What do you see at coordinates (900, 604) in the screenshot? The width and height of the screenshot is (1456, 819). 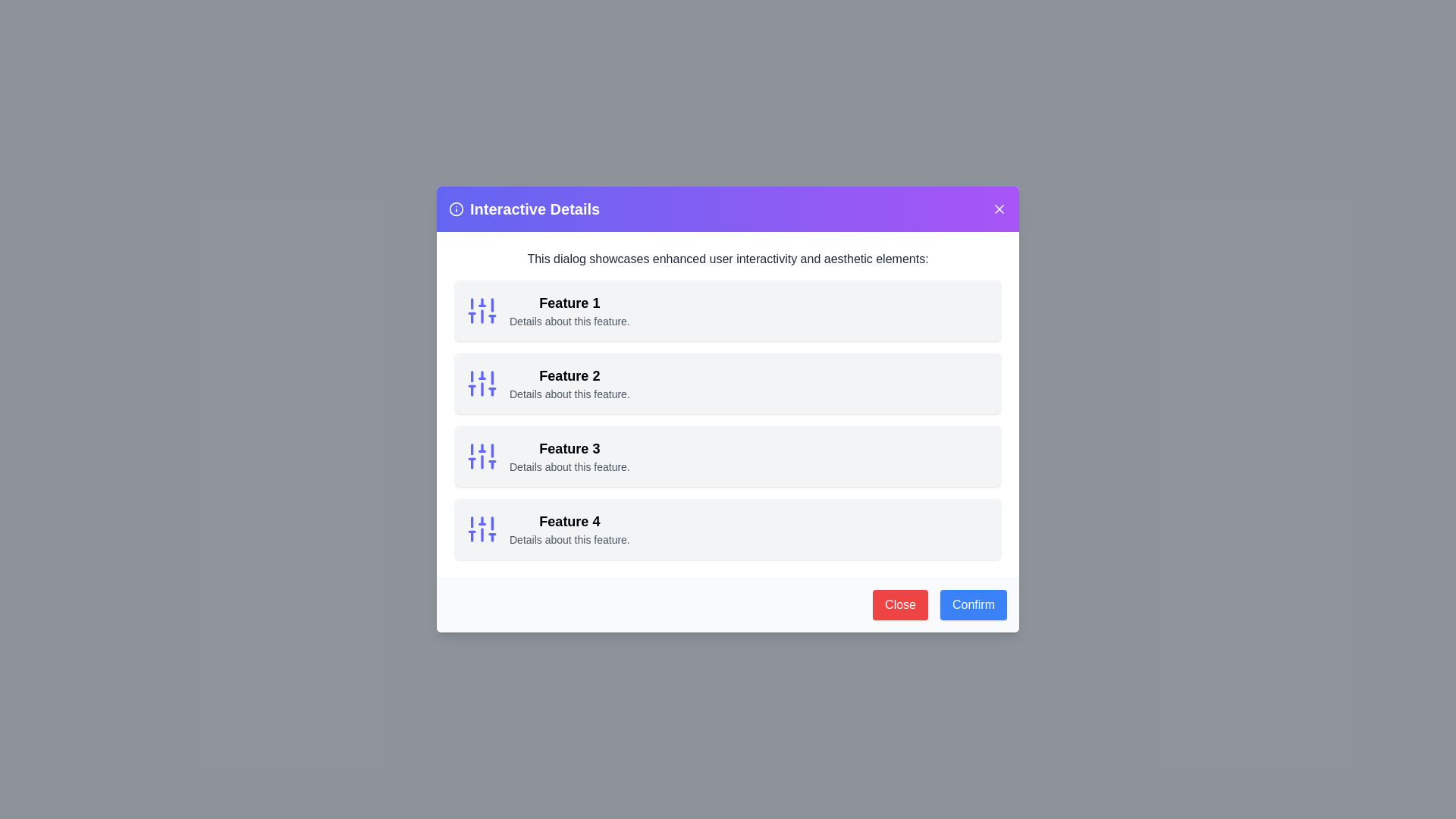 I see `the 'Close' button to observe its hover effect` at bounding box center [900, 604].